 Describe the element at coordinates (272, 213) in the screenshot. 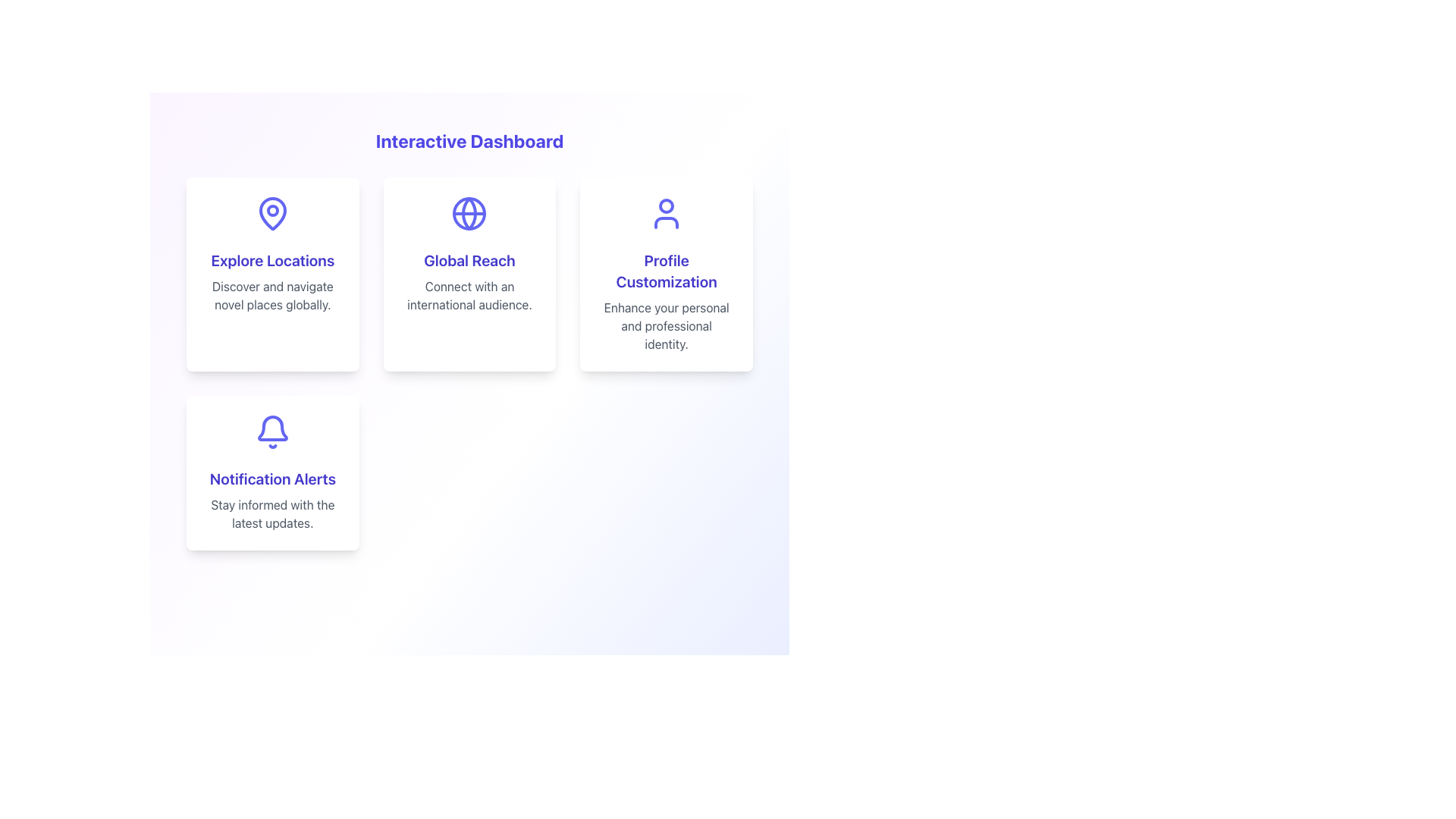

I see `the SVG Icon representing the functionality of exploring locations, which is located within the 'Explore Locations' card in the top-left quadrant of the grid layout` at that location.